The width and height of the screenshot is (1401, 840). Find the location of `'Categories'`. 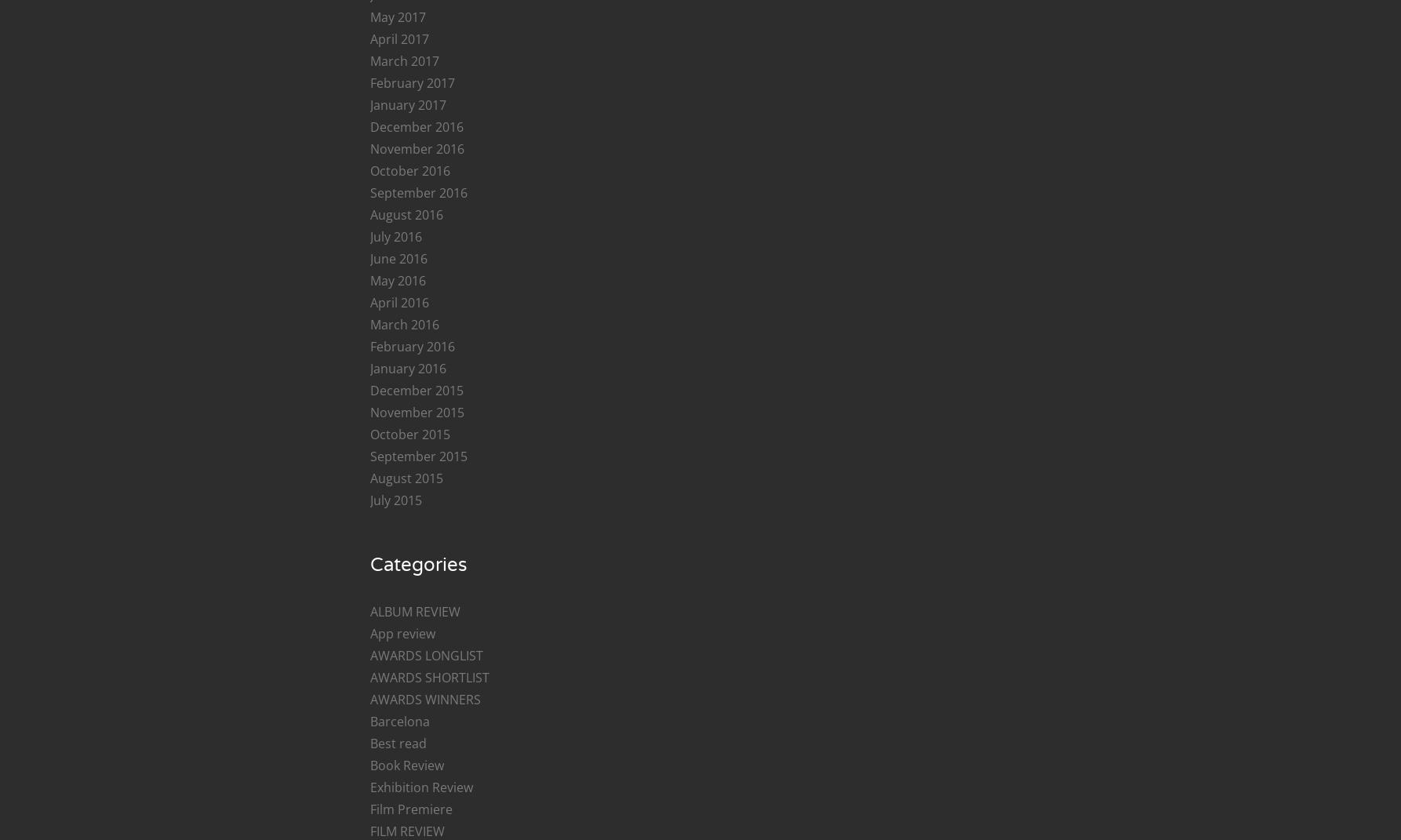

'Categories' is located at coordinates (368, 565).